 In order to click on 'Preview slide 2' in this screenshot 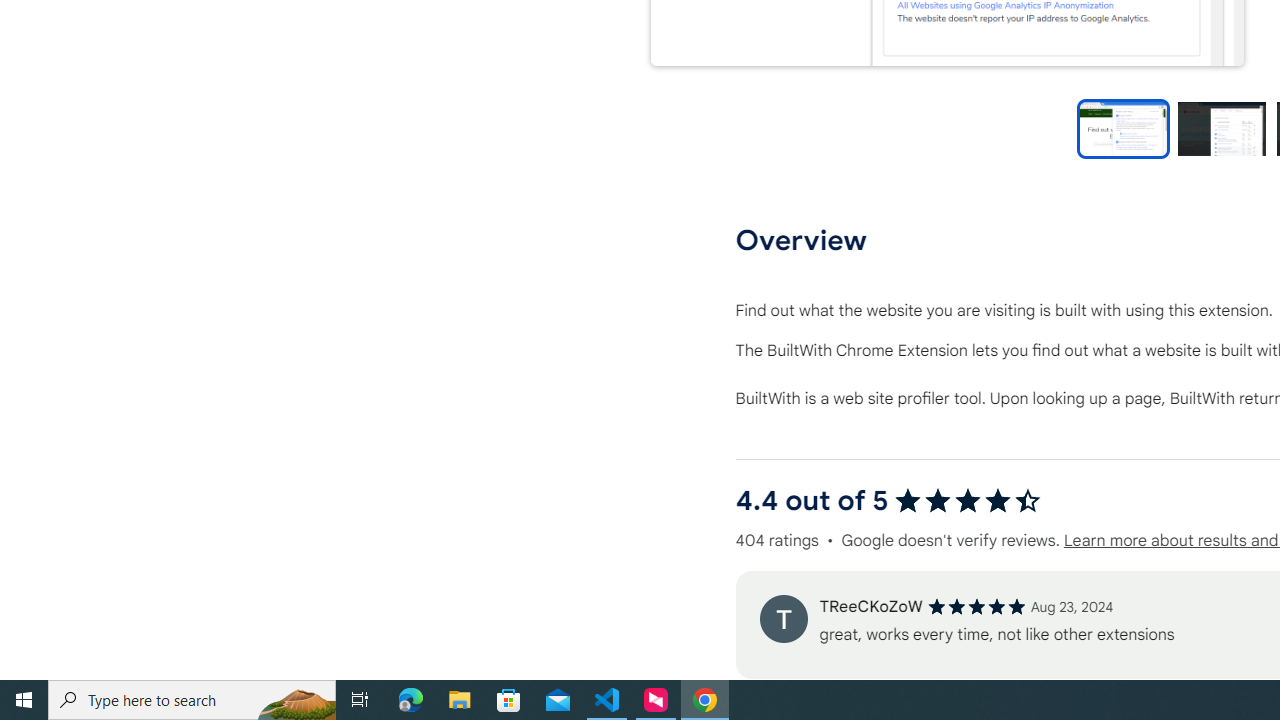, I will do `click(1220, 128)`.